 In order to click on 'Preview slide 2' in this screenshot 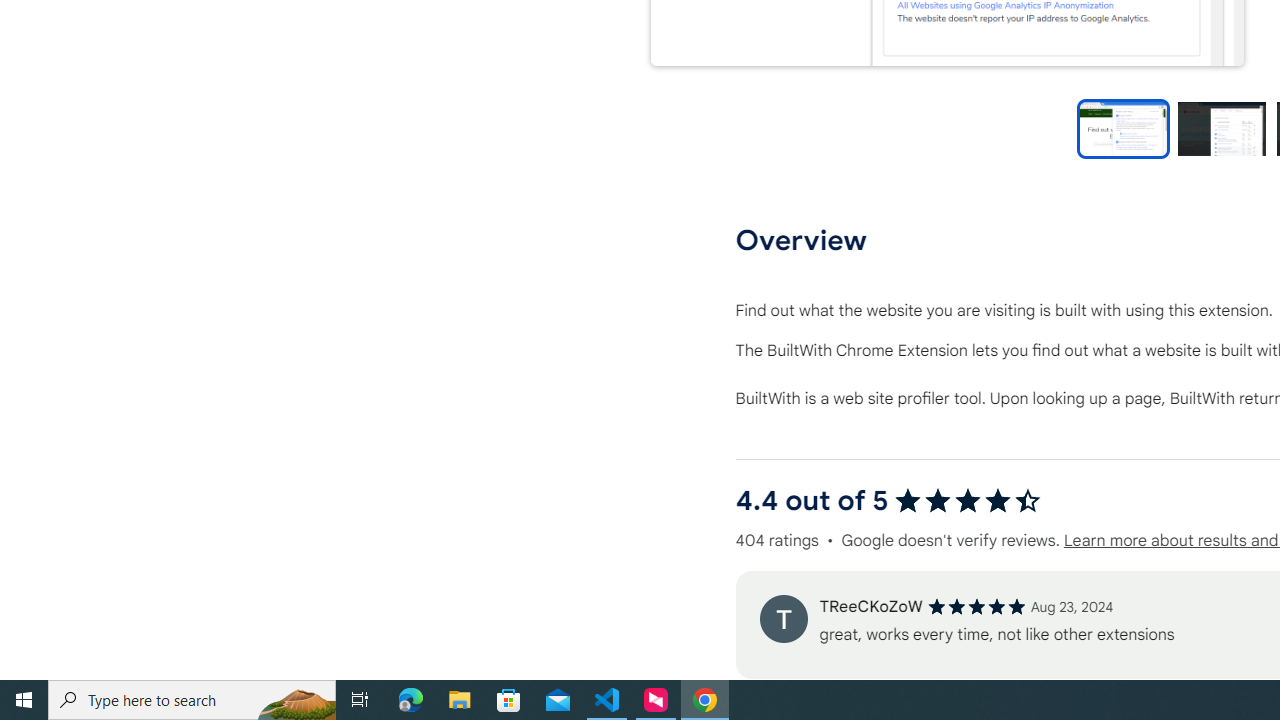, I will do `click(1220, 128)`.